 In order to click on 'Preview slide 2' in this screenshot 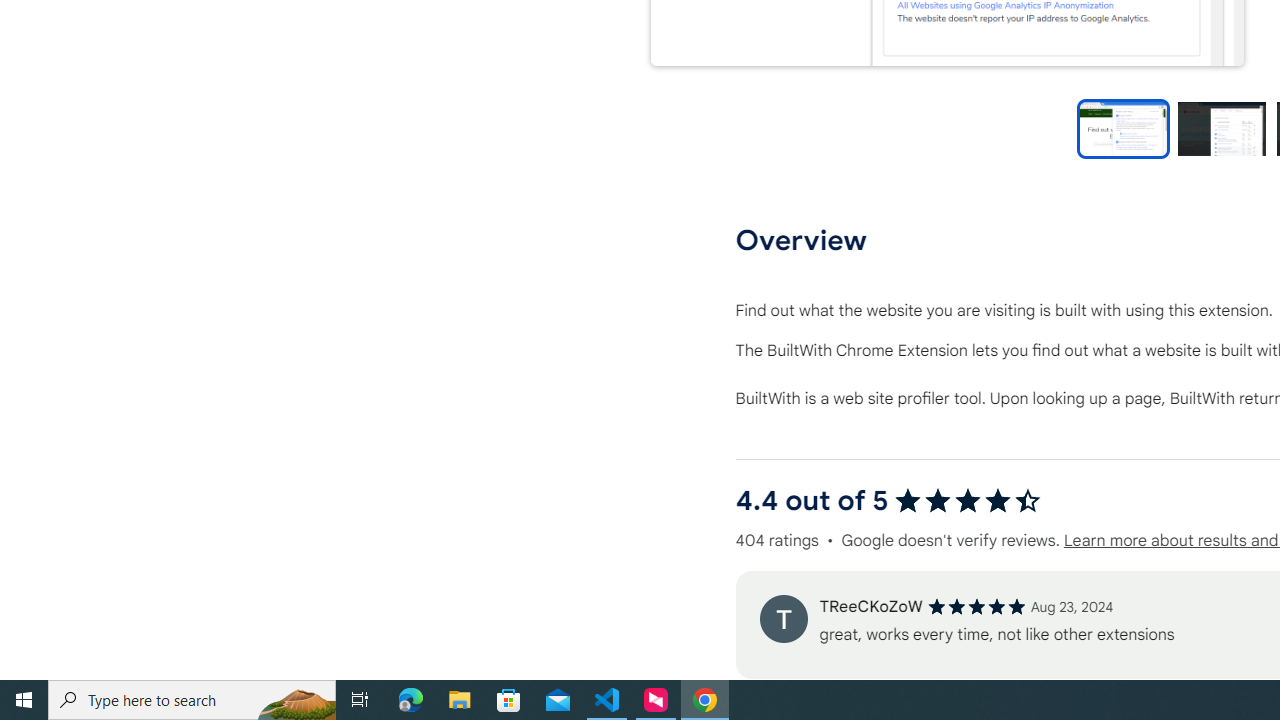, I will do `click(1220, 128)`.